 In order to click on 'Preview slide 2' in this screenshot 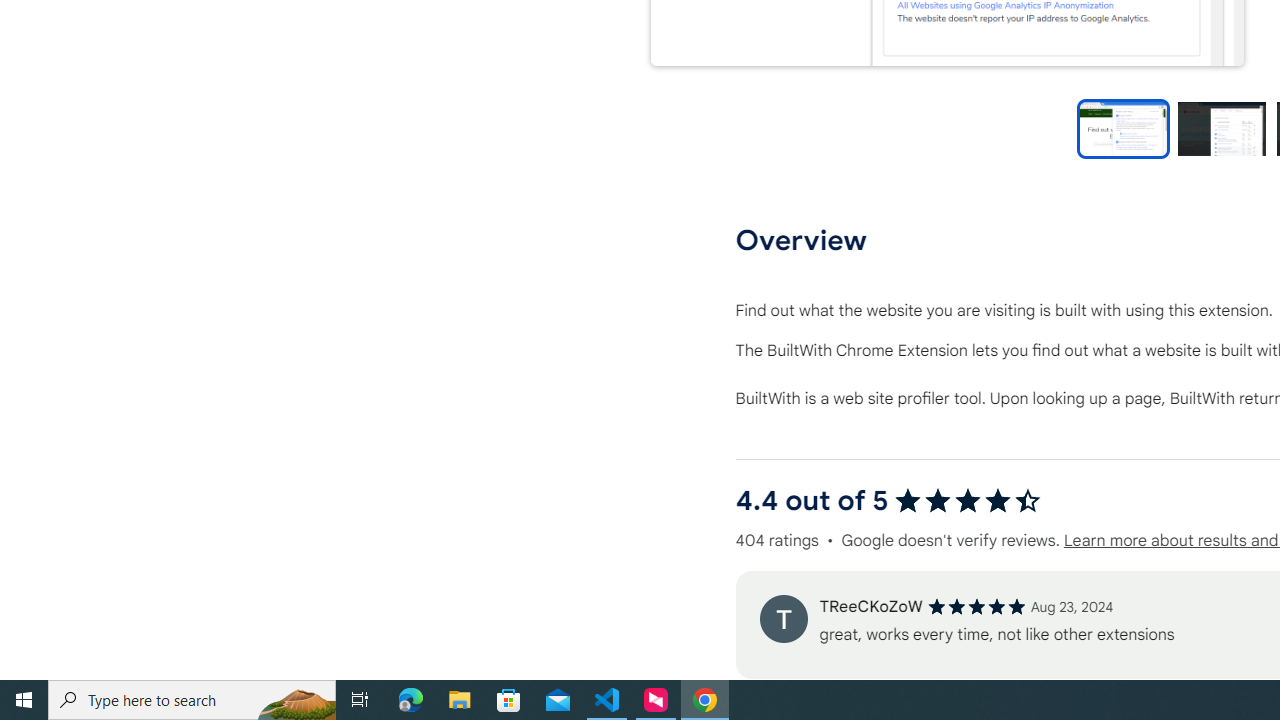, I will do `click(1220, 128)`.